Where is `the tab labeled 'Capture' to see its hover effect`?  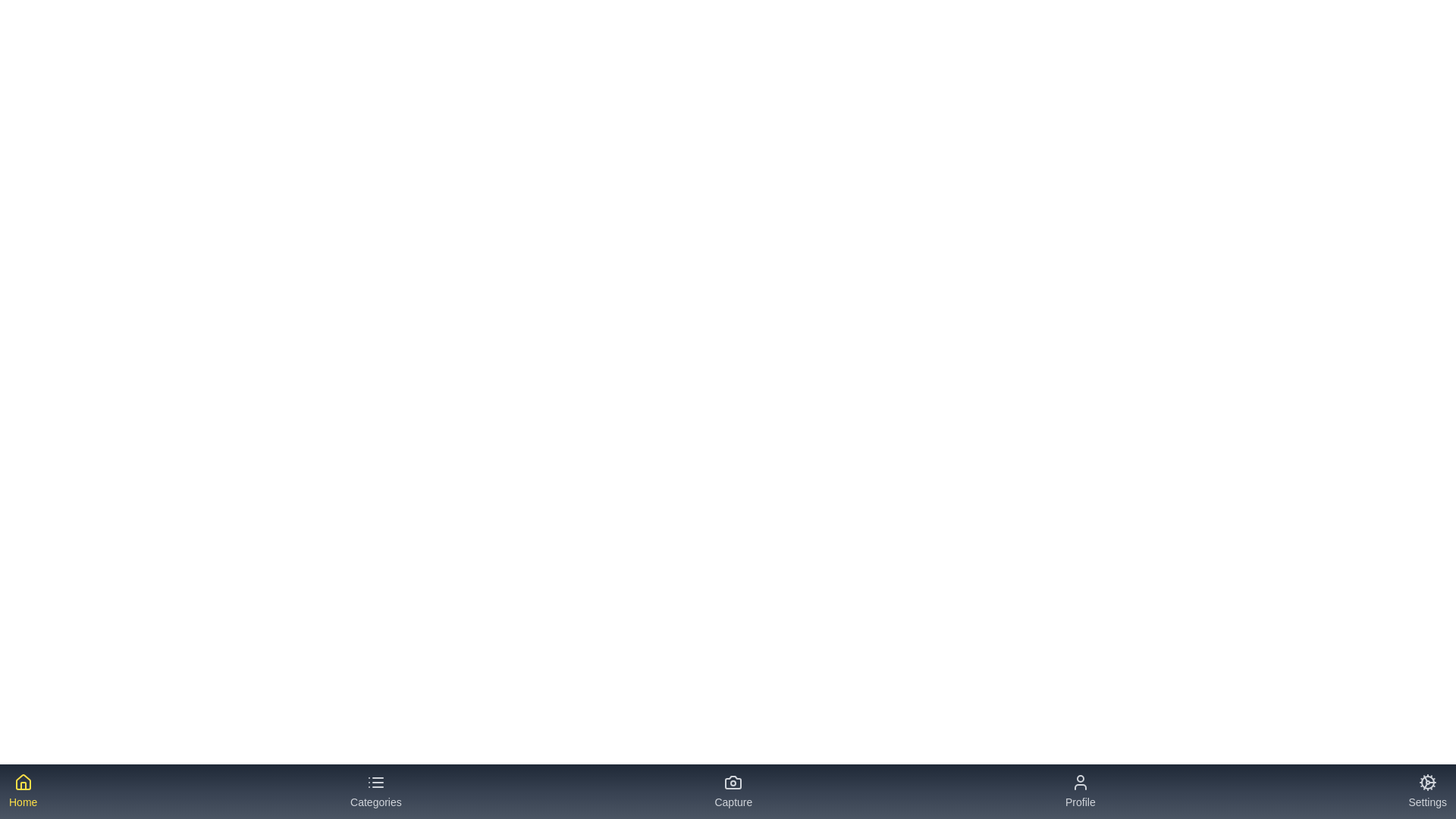 the tab labeled 'Capture' to see its hover effect is located at coordinates (733, 791).